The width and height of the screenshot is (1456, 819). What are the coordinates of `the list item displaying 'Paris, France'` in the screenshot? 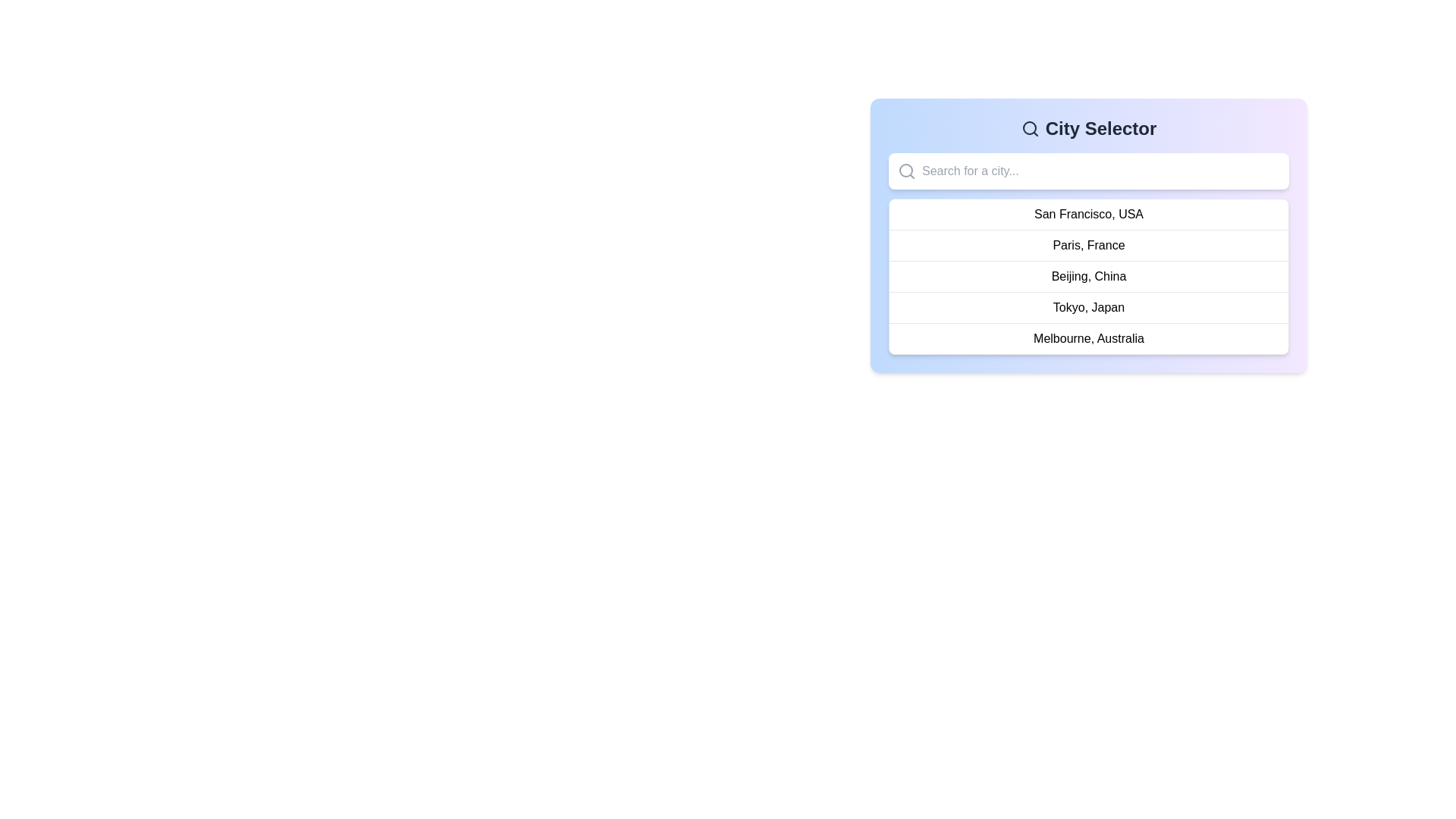 It's located at (1087, 236).